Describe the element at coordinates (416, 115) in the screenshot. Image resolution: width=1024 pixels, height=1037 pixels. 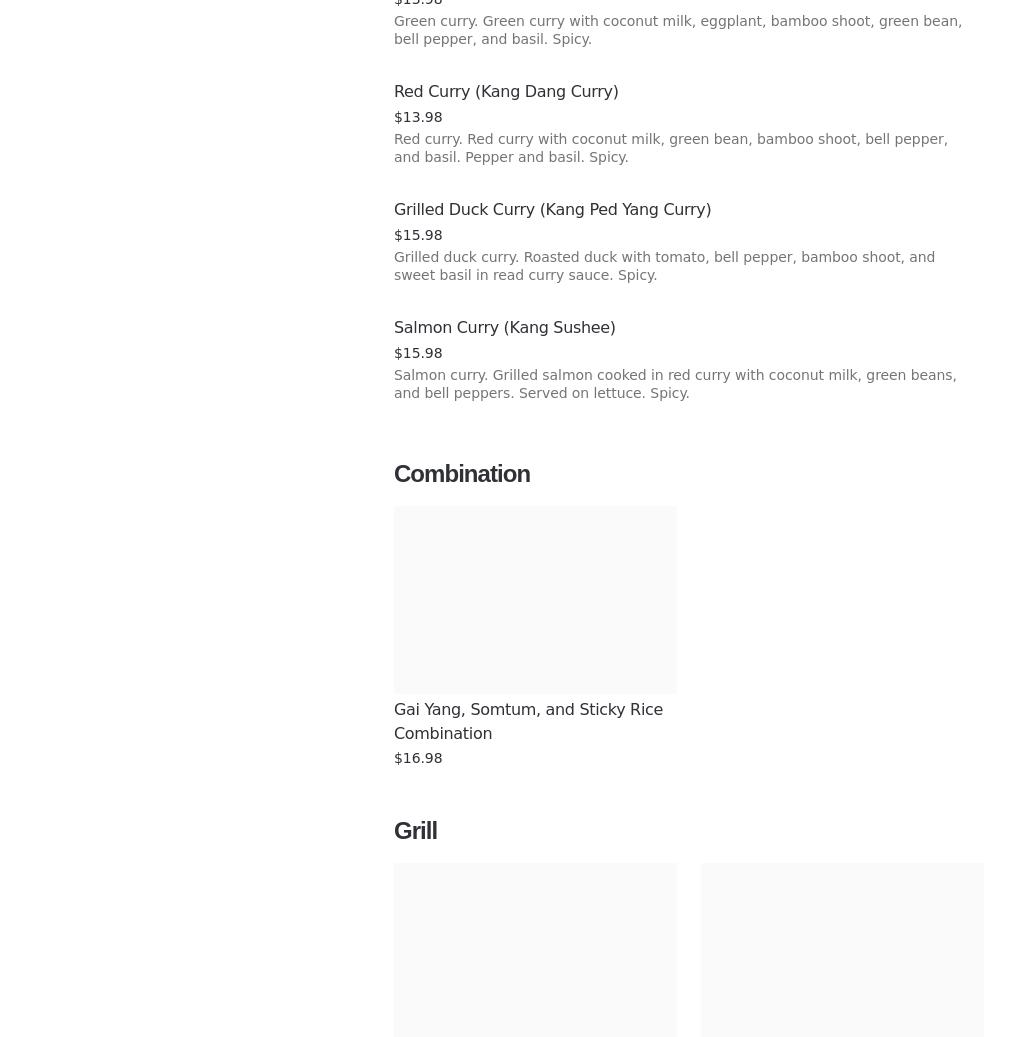
I see `'$13.98'` at that location.